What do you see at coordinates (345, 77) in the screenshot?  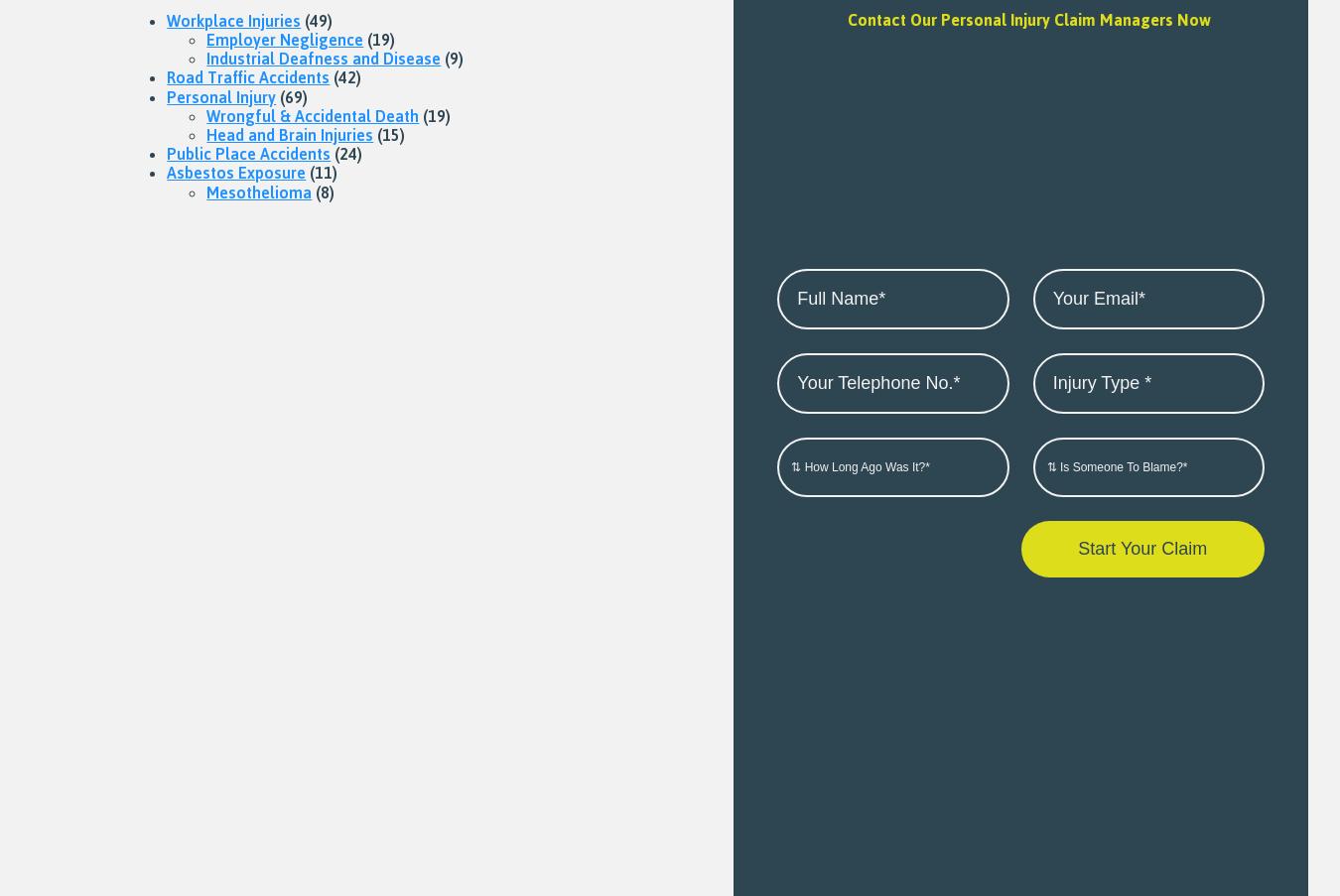 I see `'(42)'` at bounding box center [345, 77].